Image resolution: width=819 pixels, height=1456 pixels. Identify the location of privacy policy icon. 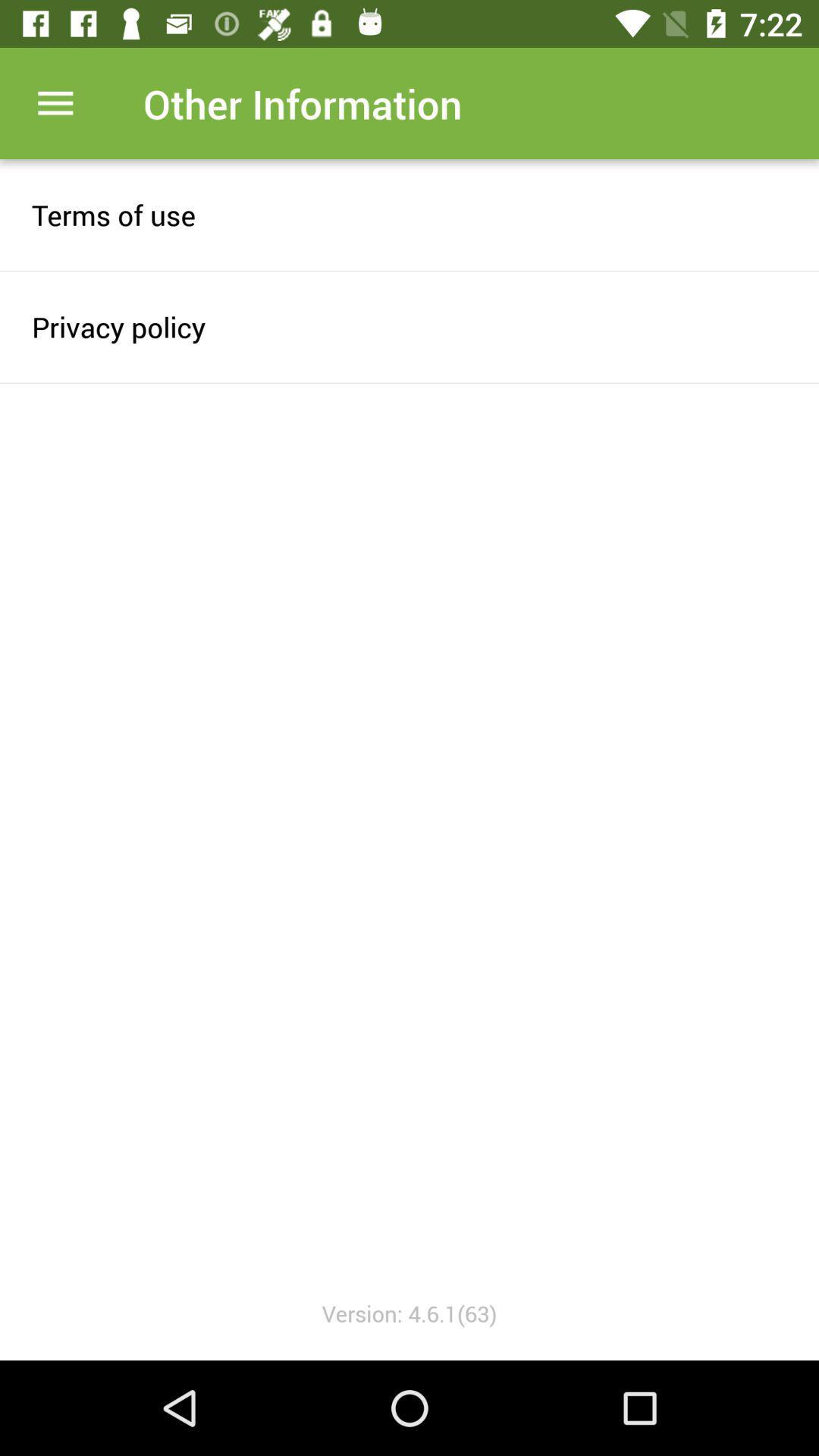
(409, 326).